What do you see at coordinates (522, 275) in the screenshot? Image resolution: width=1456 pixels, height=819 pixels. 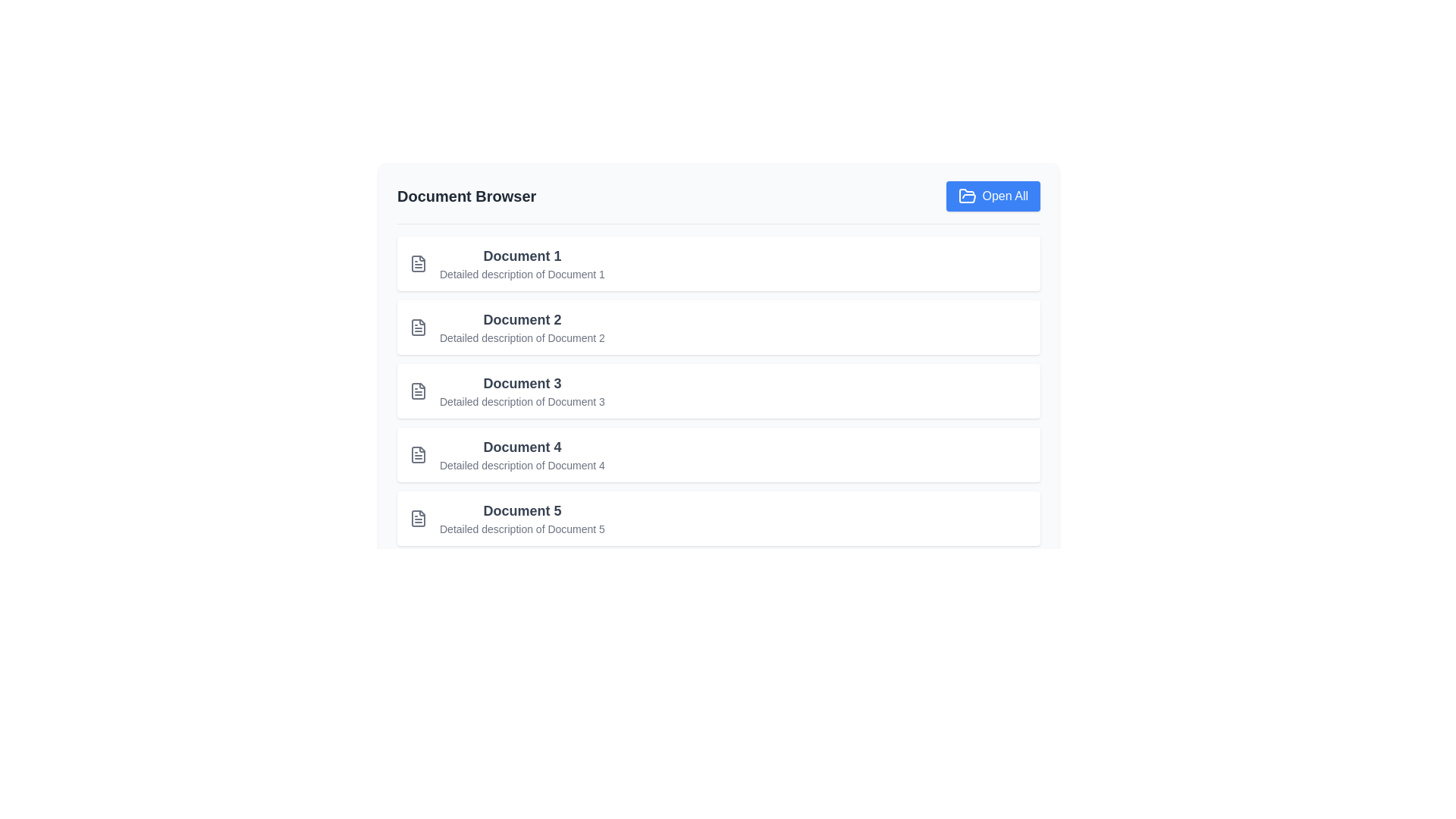 I see `the static text label displaying 'Detailed description of Document 1', which is located directly beneath the title 'Document 1' in the document list` at bounding box center [522, 275].